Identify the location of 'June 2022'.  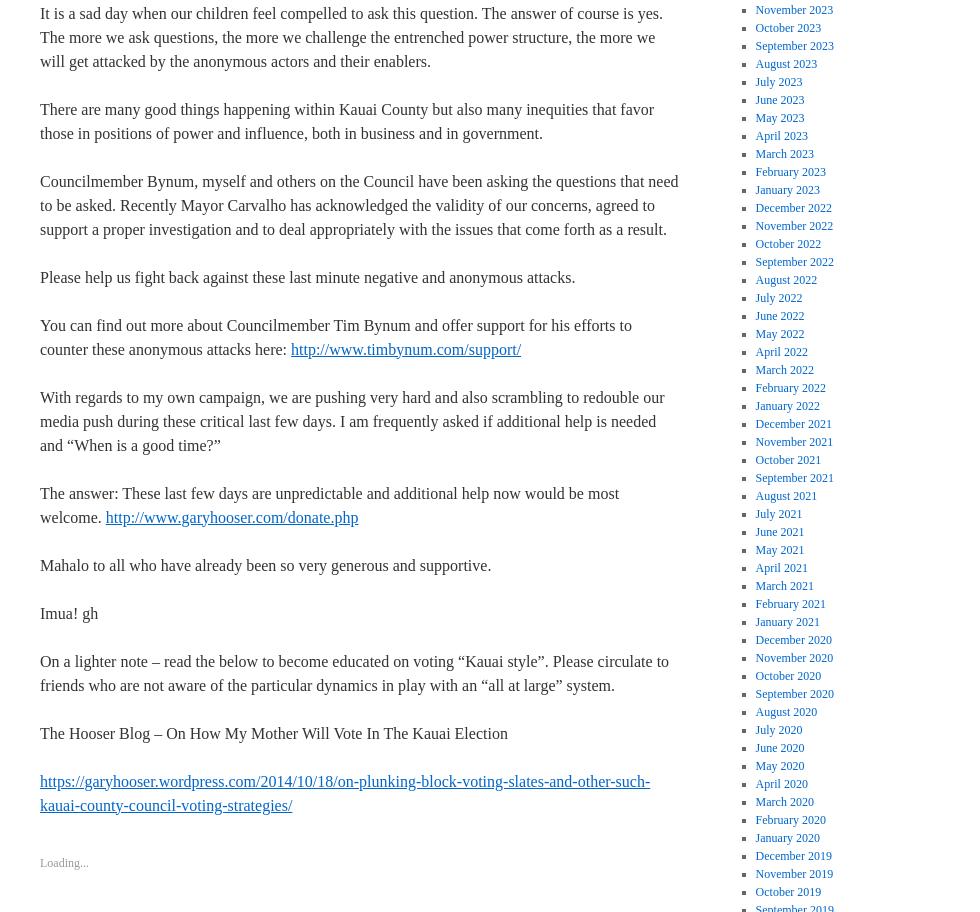
(779, 315).